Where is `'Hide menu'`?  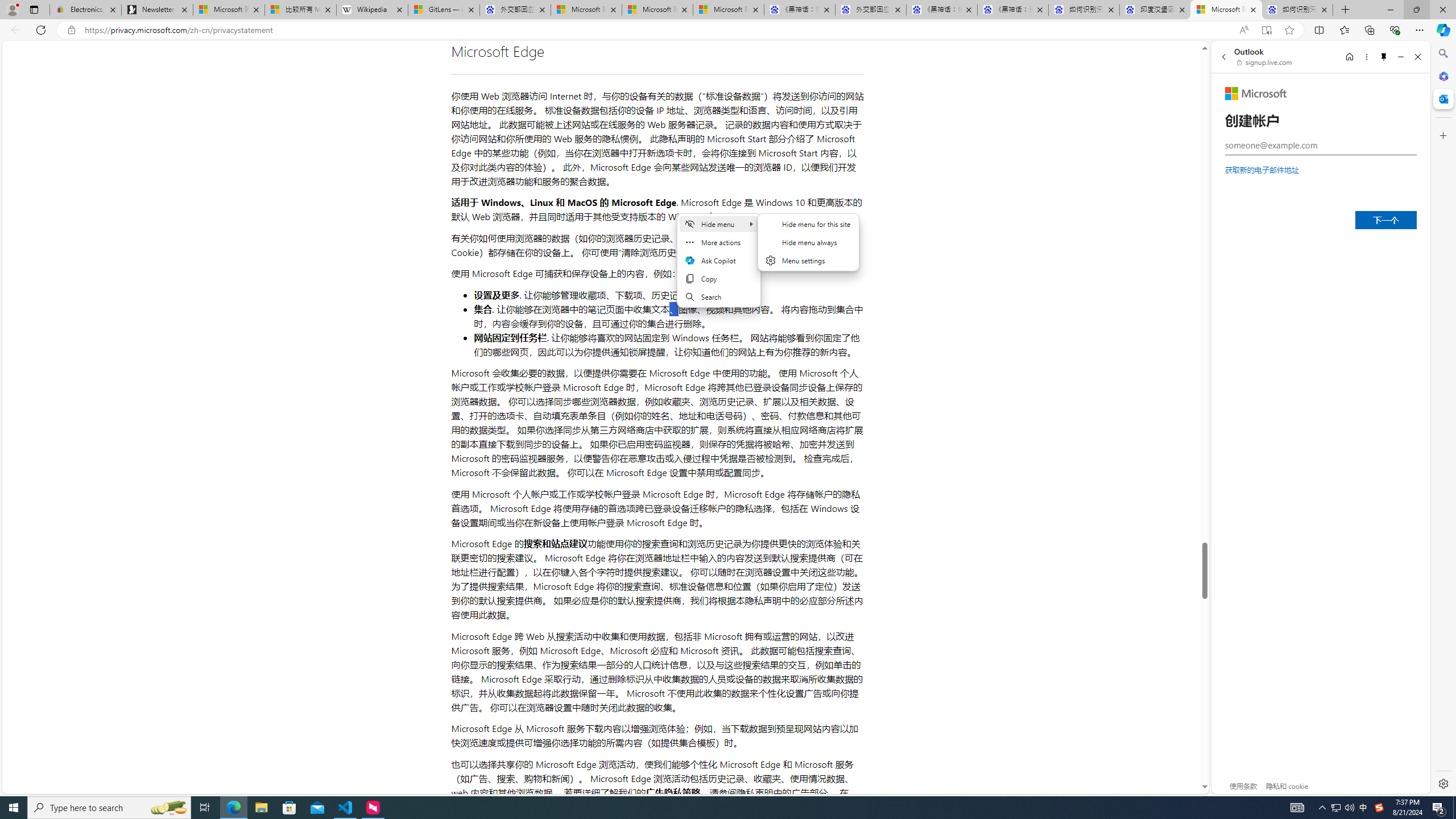
'Hide menu' is located at coordinates (807, 248).